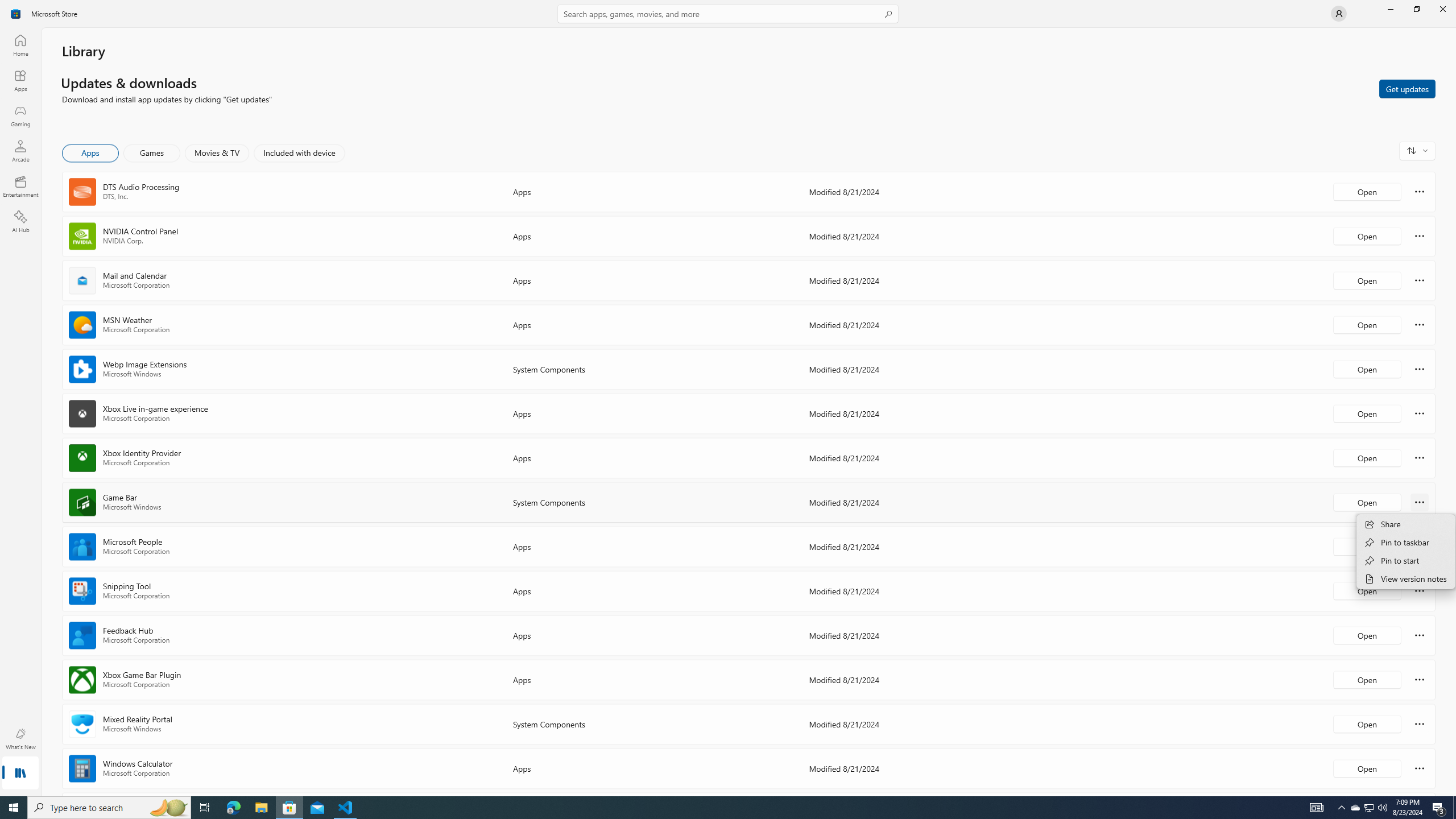 The width and height of the screenshot is (1456, 819). I want to click on 'Games', so click(151, 152).